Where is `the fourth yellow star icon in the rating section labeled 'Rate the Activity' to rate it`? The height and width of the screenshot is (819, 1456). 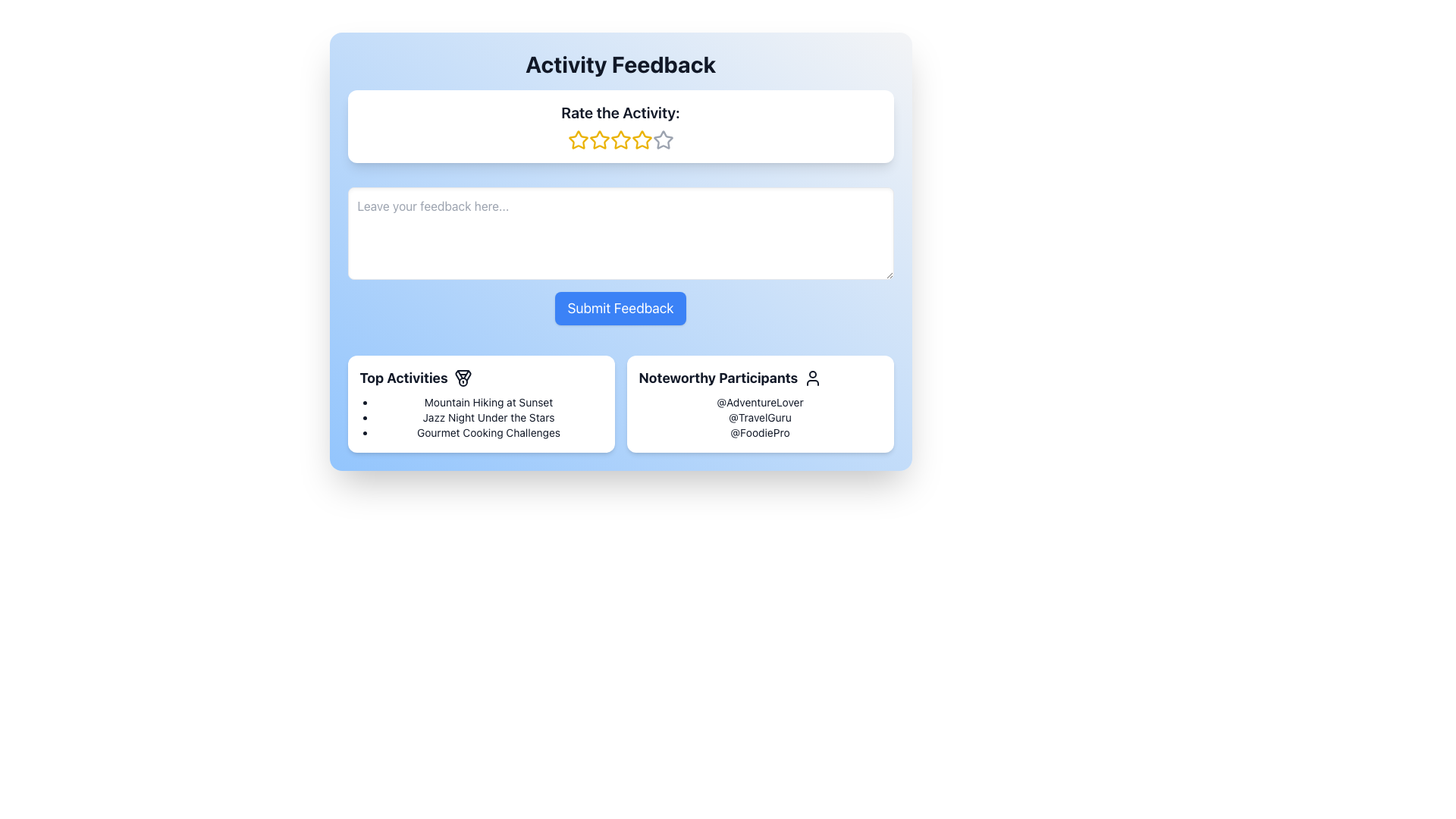
the fourth yellow star icon in the rating section labeled 'Rate the Activity' to rate it is located at coordinates (620, 140).